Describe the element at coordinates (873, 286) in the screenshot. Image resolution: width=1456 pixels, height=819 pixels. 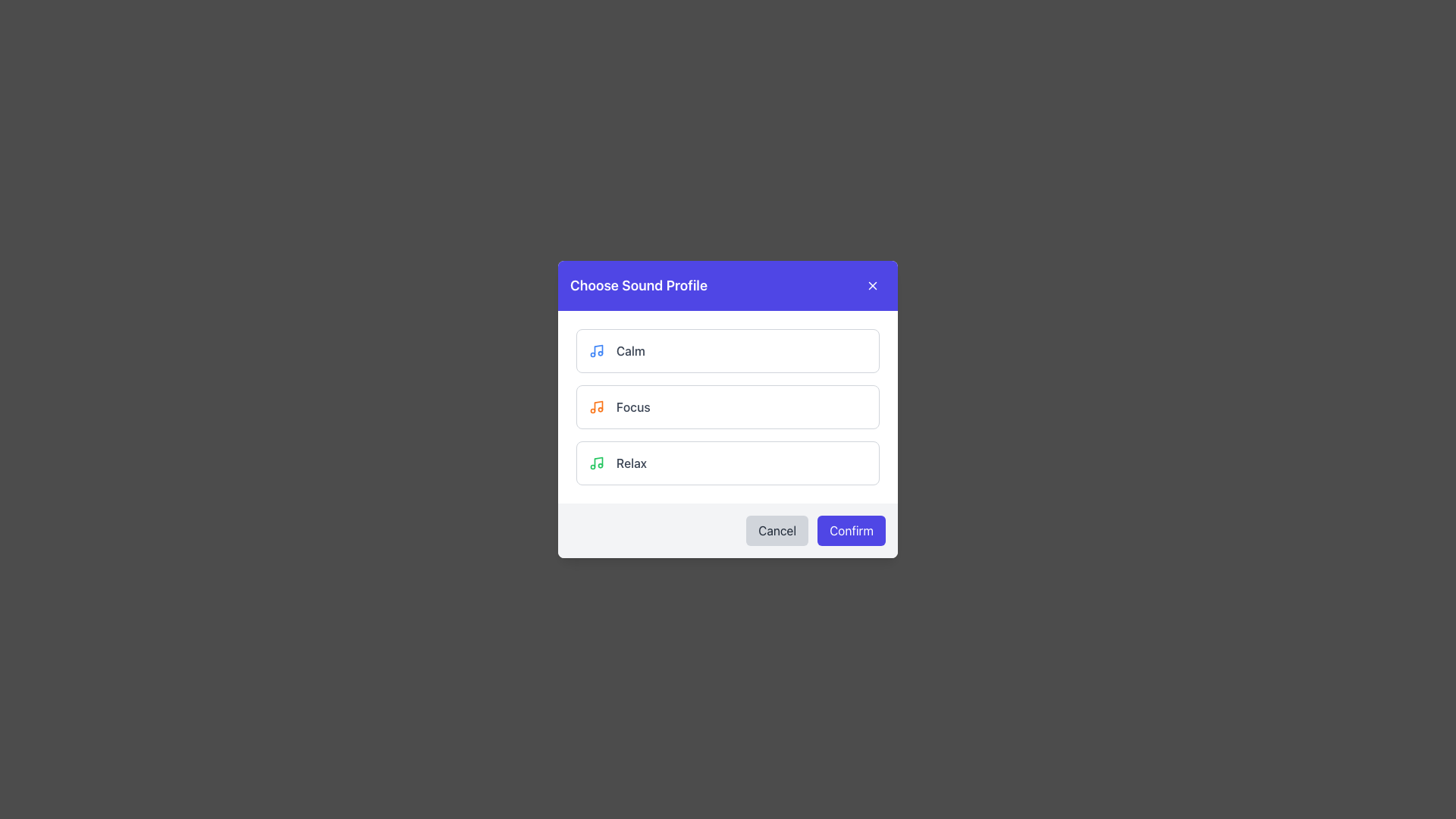
I see `the close button located in the top-right corner of the 'Choose Sound Profile' modal dialog` at that location.